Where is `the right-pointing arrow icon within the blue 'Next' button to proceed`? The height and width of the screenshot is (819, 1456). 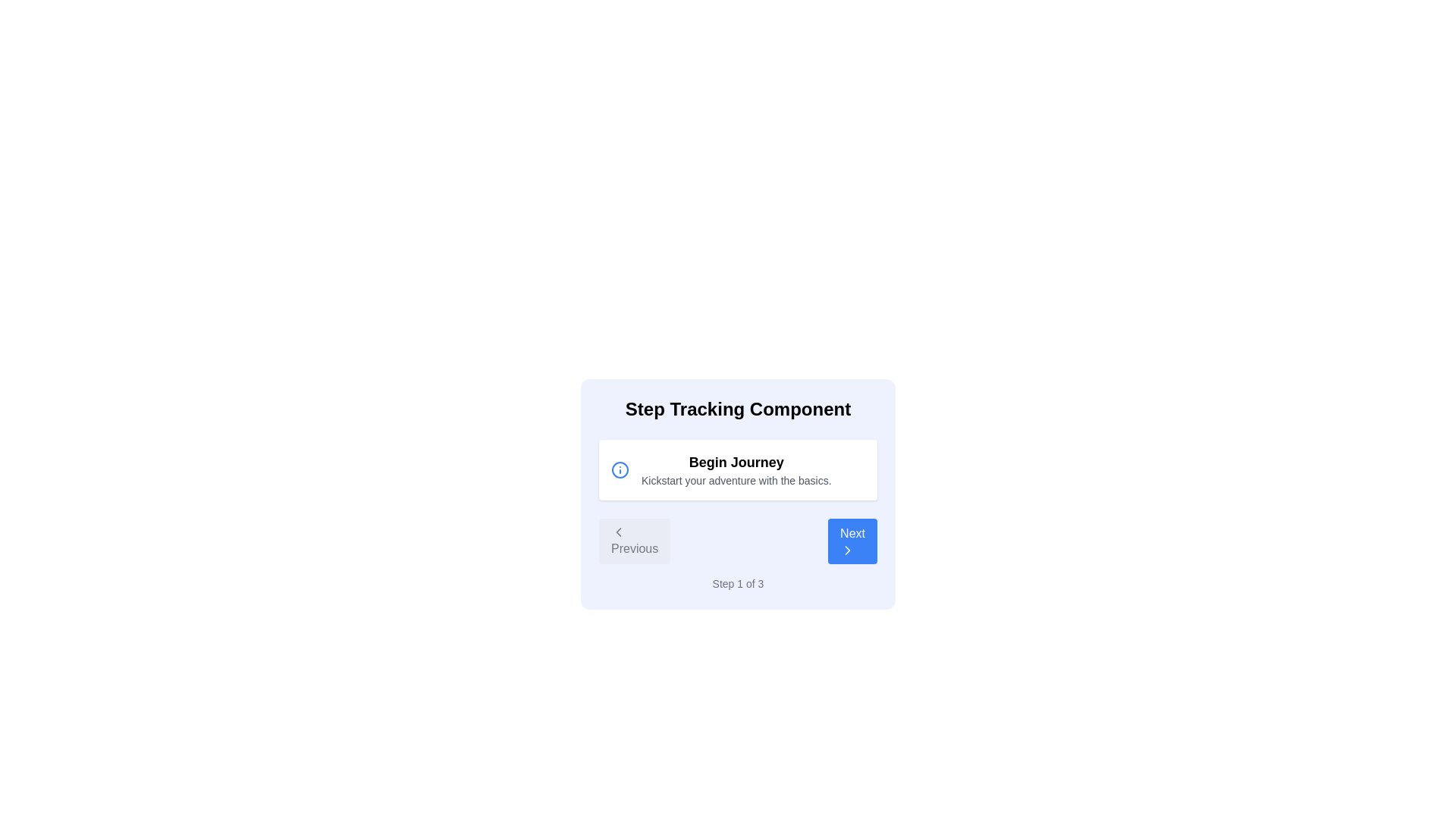 the right-pointing arrow icon within the blue 'Next' button to proceed is located at coordinates (847, 550).